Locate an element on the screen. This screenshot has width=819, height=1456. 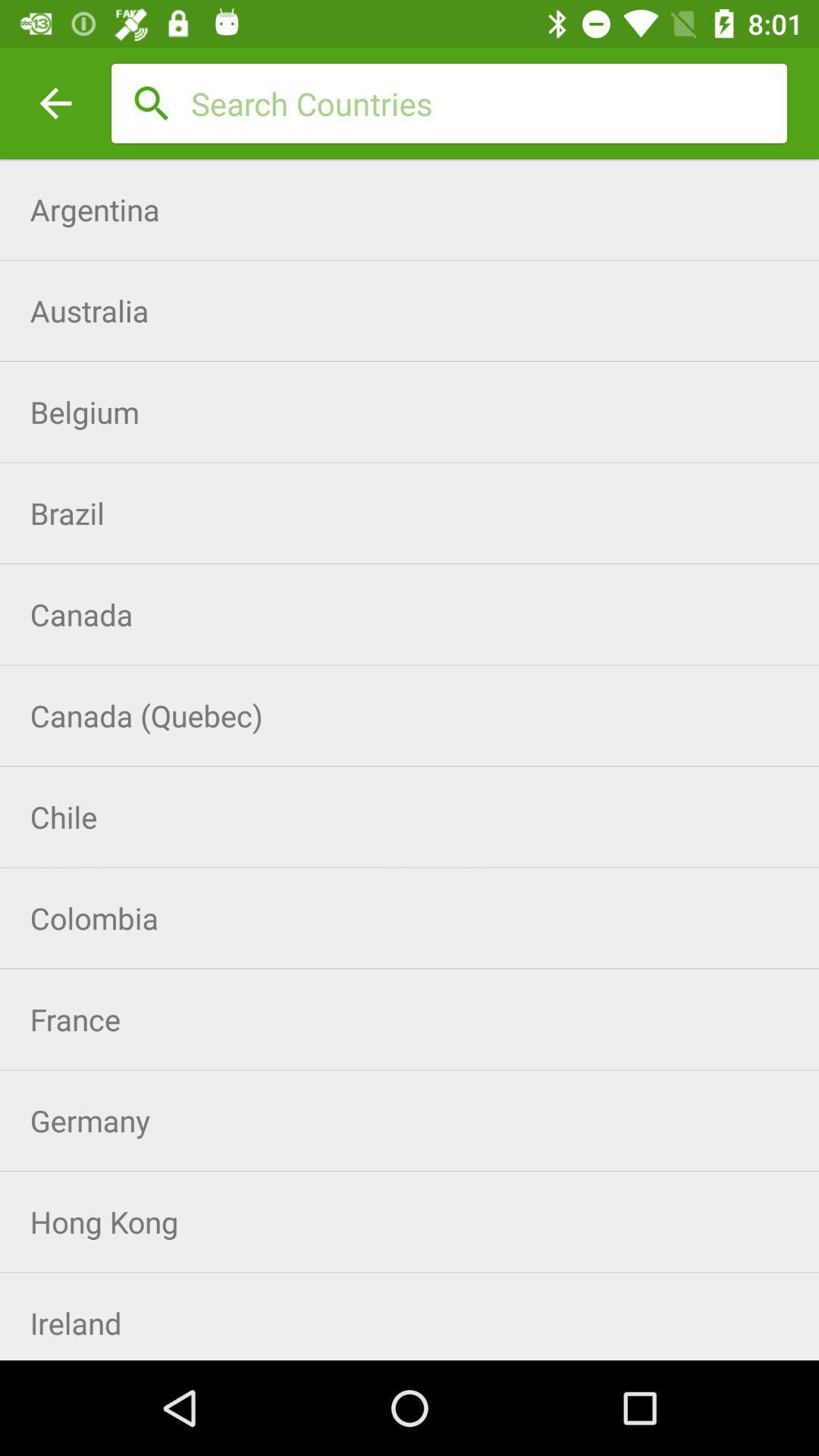
text box to search countries list is located at coordinates (488, 102).